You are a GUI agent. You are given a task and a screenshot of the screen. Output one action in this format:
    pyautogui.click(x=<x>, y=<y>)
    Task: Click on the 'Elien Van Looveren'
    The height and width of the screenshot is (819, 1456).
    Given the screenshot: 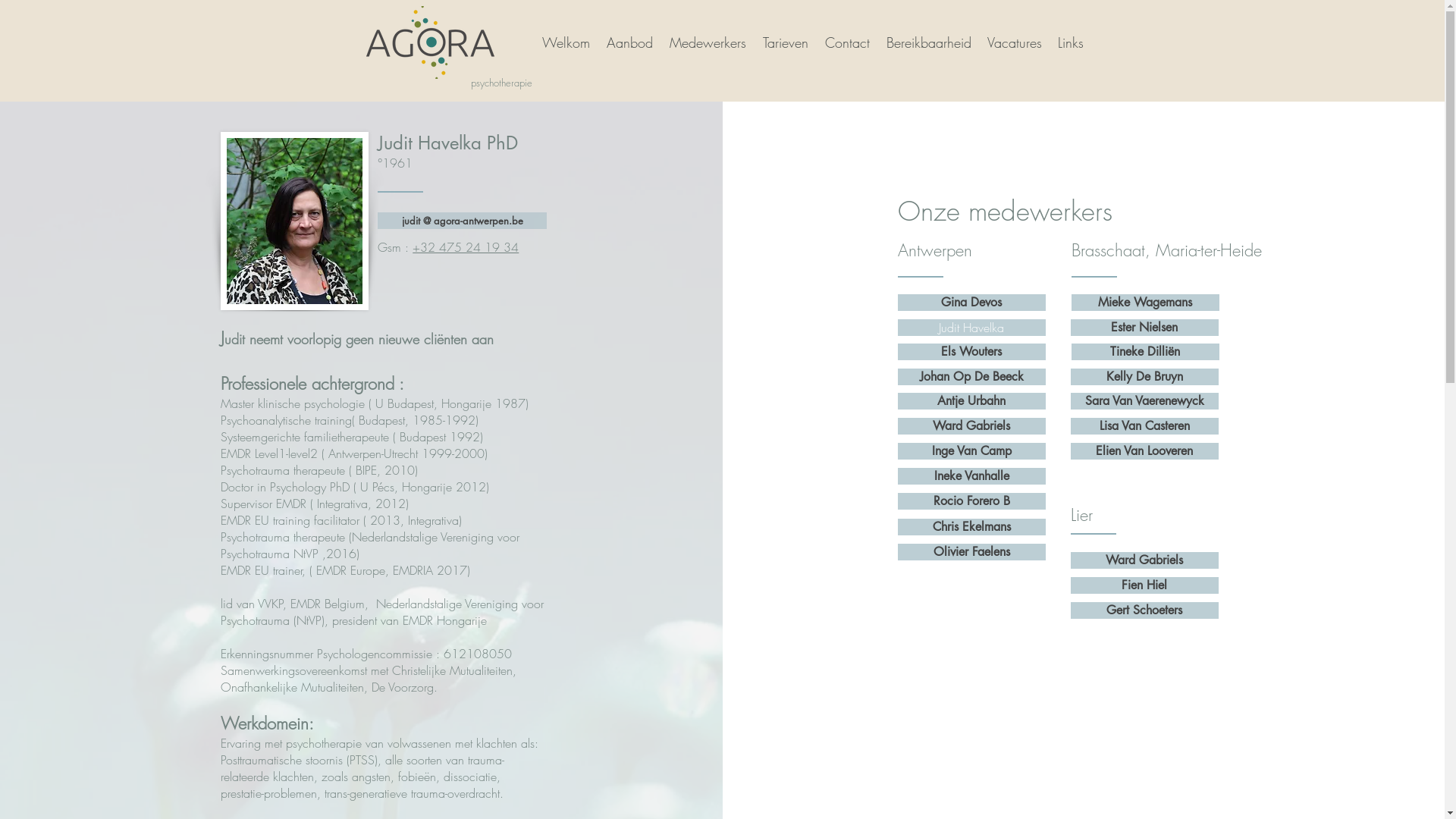 What is the action you would take?
    pyautogui.click(x=1144, y=450)
    